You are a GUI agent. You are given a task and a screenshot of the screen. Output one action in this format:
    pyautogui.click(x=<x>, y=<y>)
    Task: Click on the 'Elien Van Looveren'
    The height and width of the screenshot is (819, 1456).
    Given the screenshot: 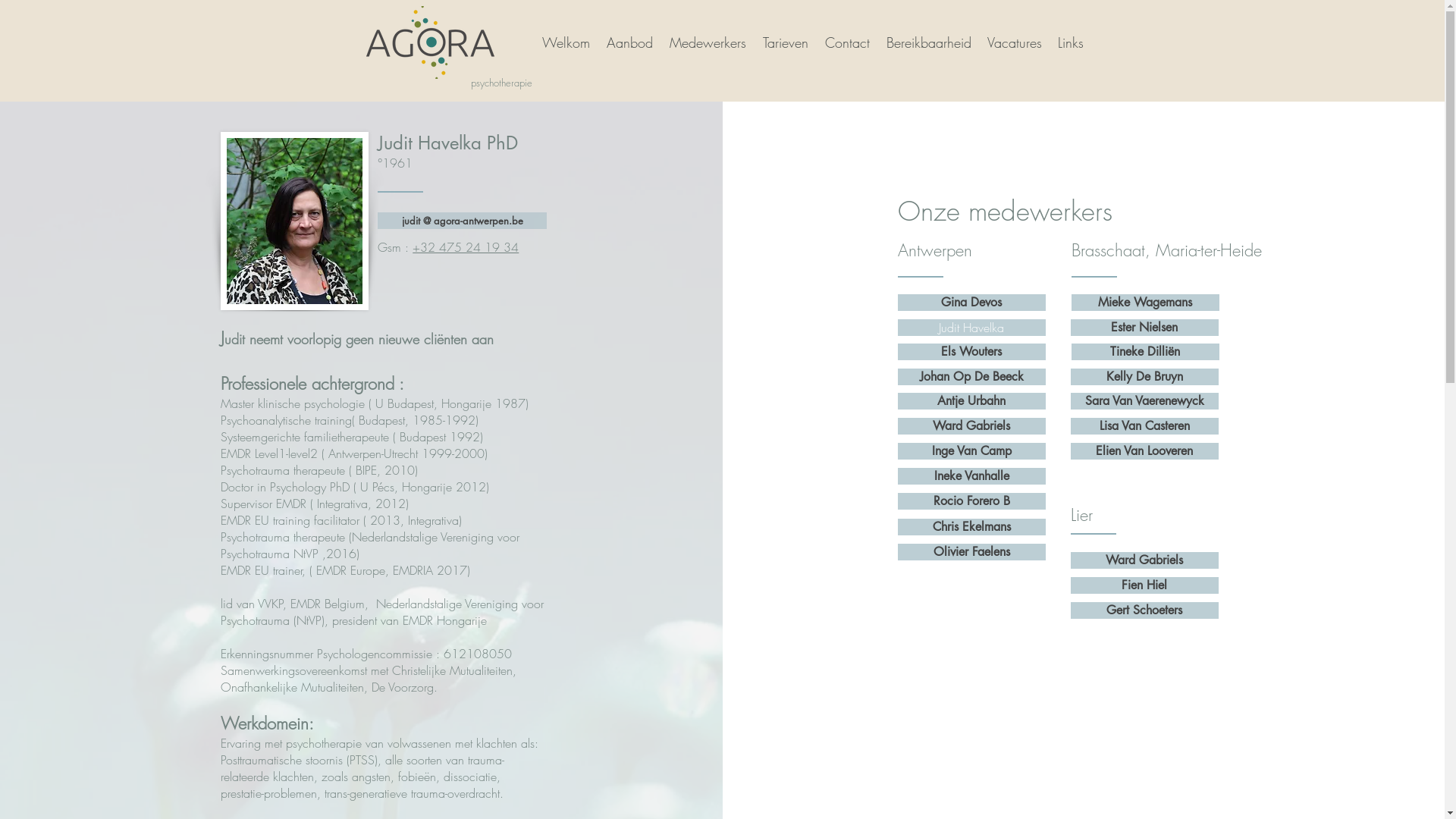 What is the action you would take?
    pyautogui.click(x=1144, y=450)
    